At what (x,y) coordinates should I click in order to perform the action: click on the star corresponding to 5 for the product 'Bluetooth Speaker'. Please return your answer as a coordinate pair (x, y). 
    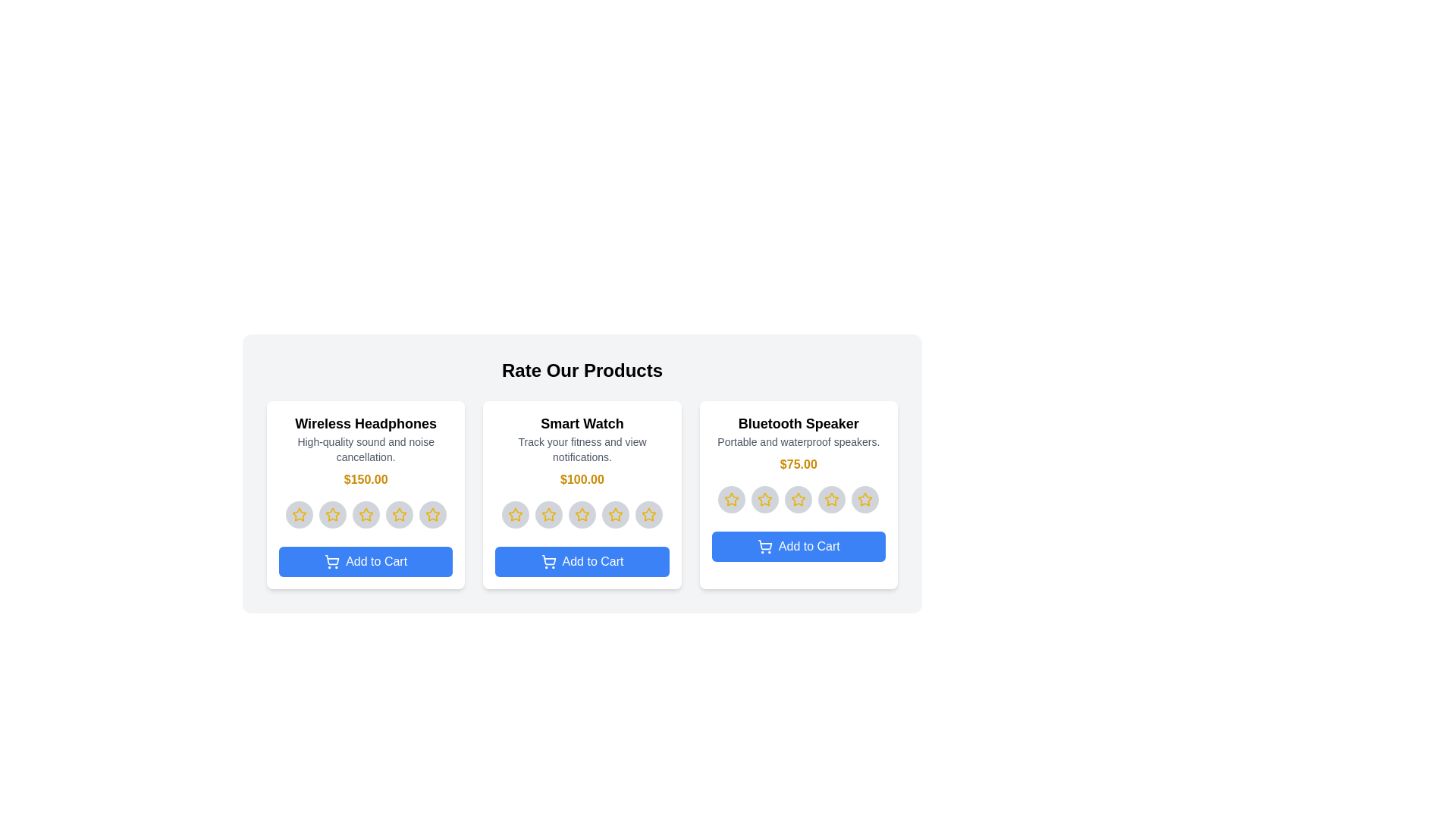
    Looking at the image, I should click on (865, 500).